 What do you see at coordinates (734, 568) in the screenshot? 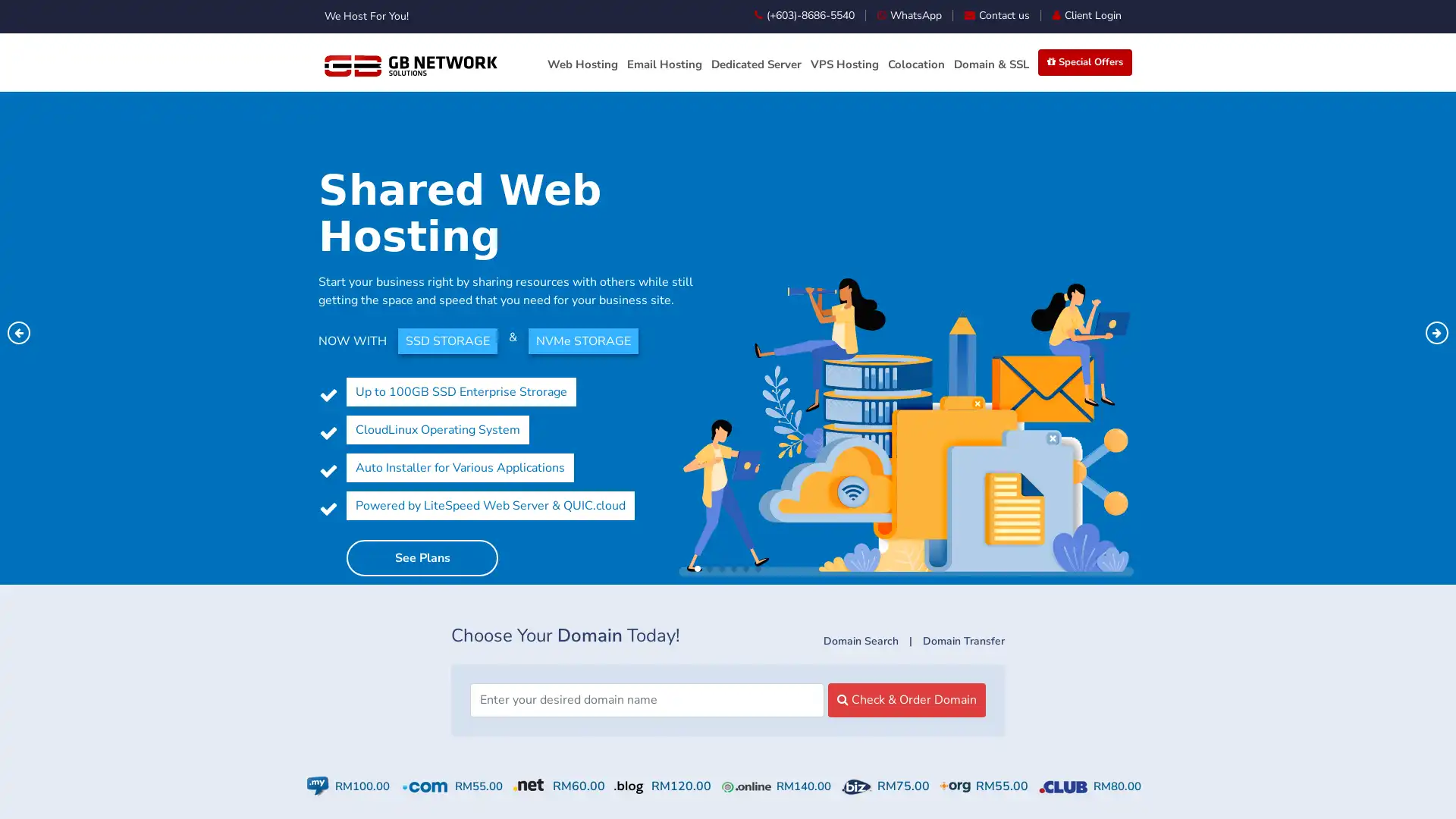
I see `Go to slide 4` at bounding box center [734, 568].